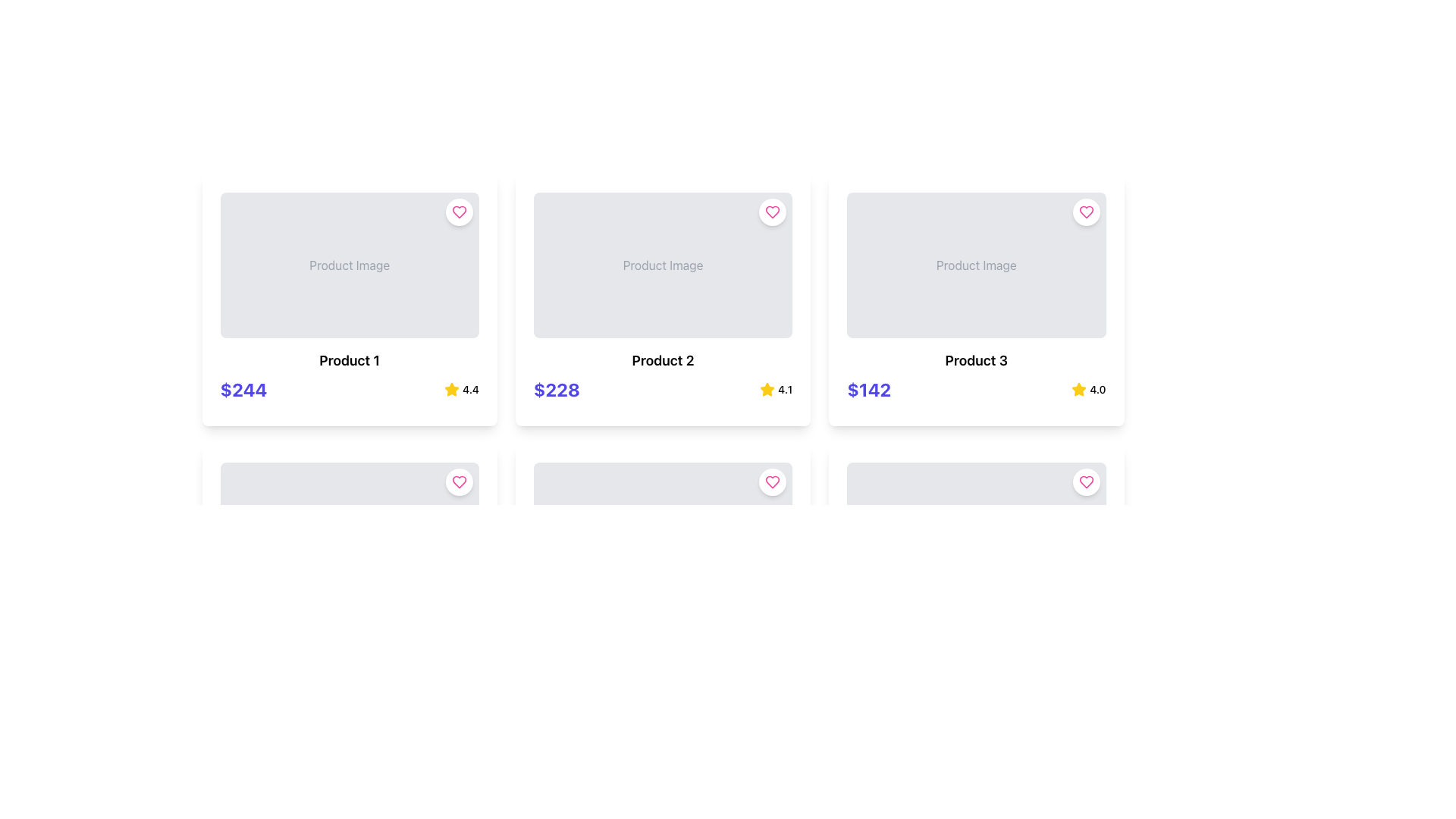 This screenshot has width=1456, height=819. I want to click on text label 'Product 1' which is prominently displayed in bold, large font within the first product card, located below the image placeholder and above the price details, so click(349, 360).